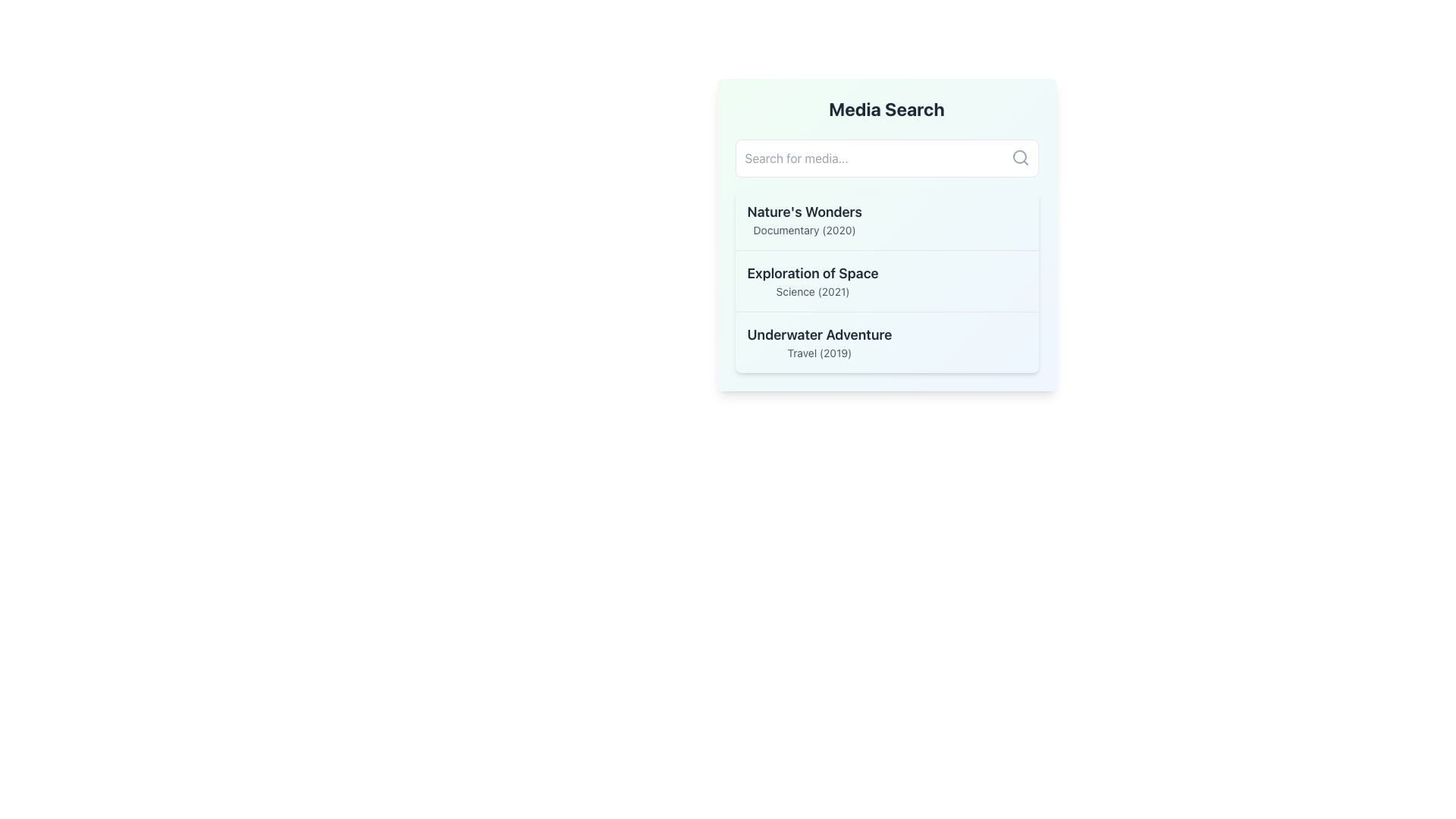 Image resolution: width=1456 pixels, height=819 pixels. What do you see at coordinates (886, 281) in the screenshot?
I see `the List Item titled 'Exploration of Space'` at bounding box center [886, 281].